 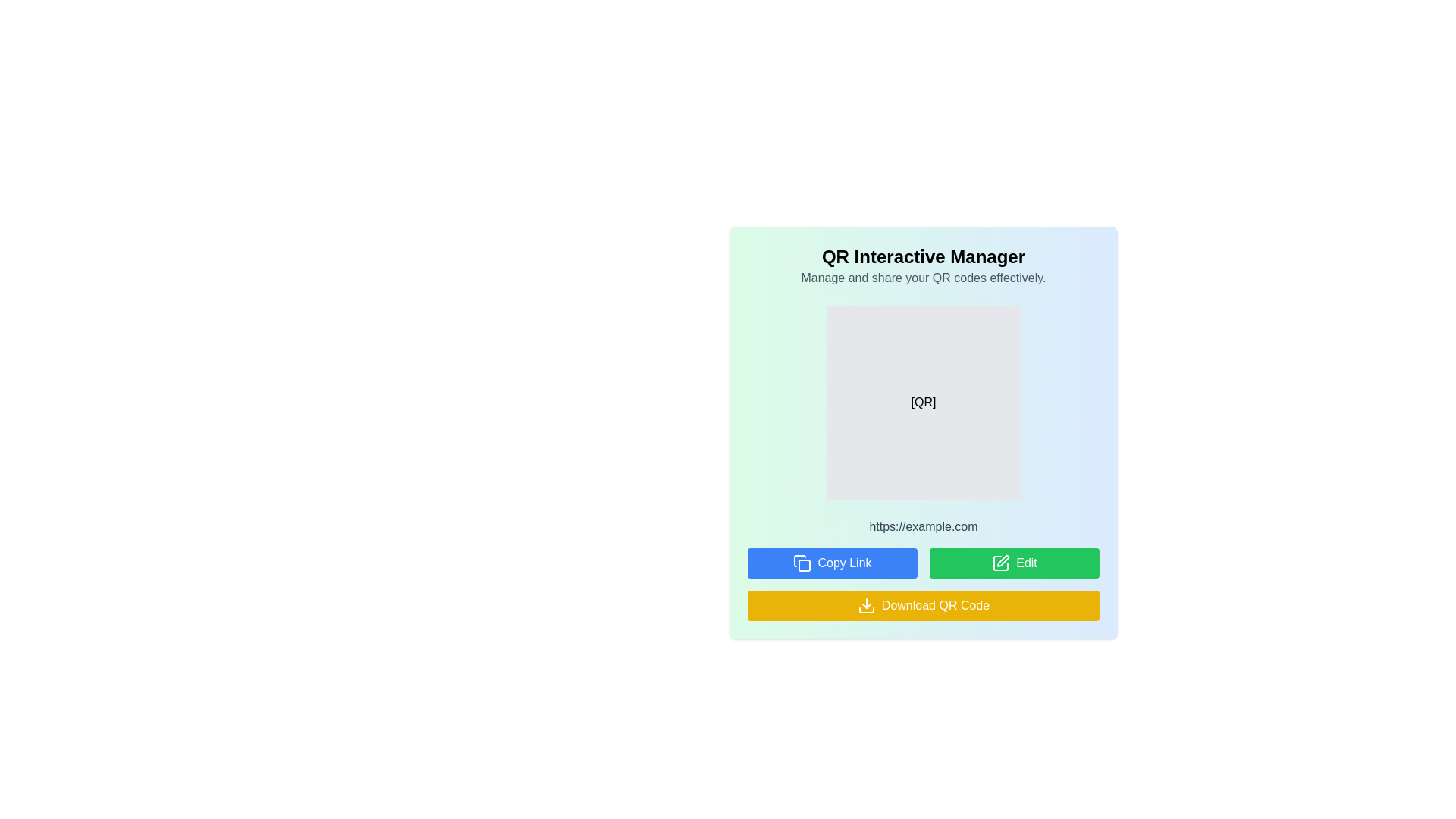 I want to click on the 'Edit' button located in the grid layout, which is the second button in the row beneath the QR code, so click(x=1015, y=563).